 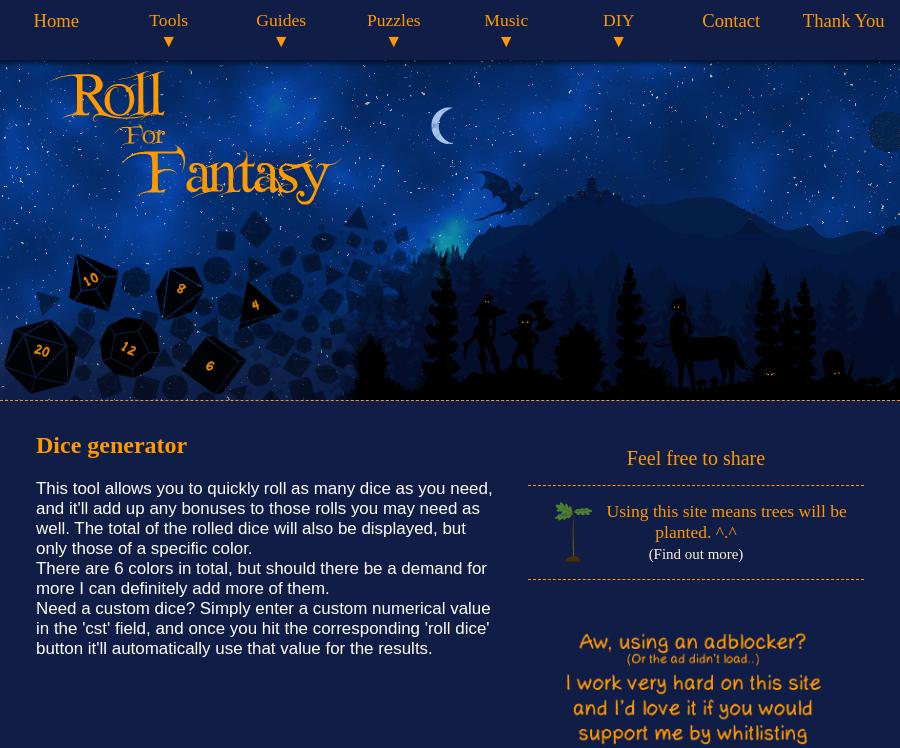 I want to click on 'Guides', so click(x=279, y=19).